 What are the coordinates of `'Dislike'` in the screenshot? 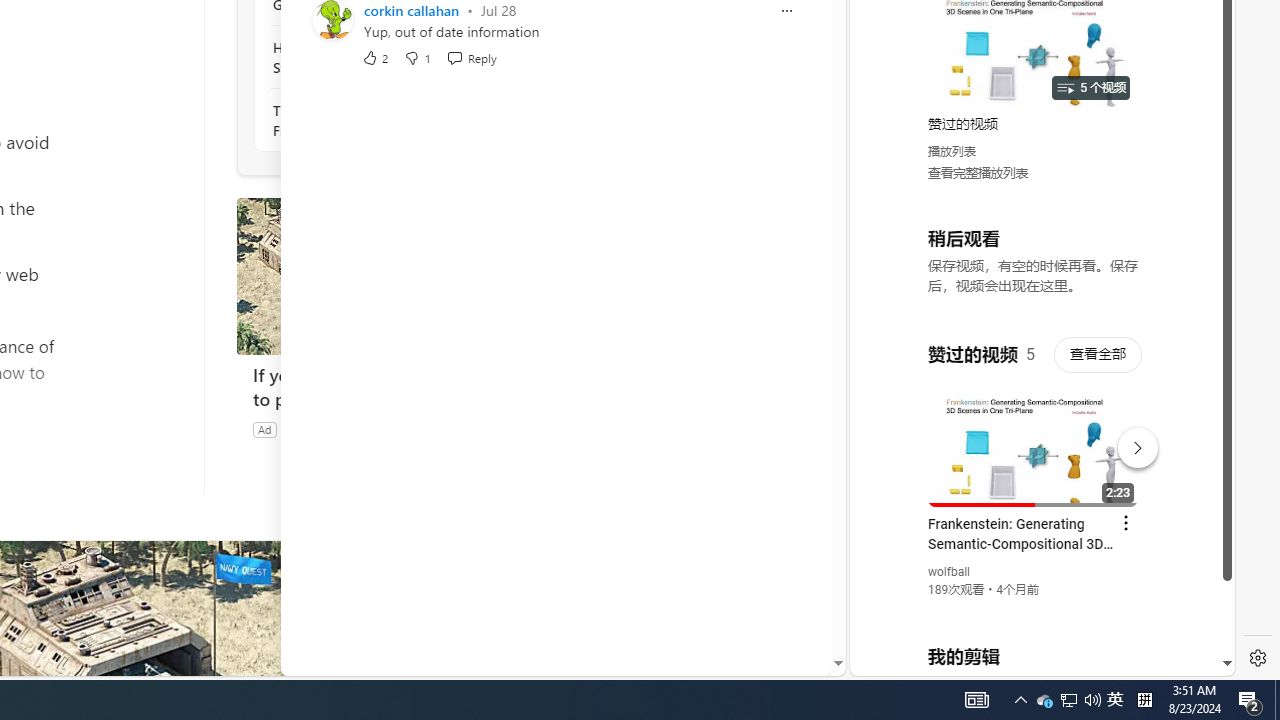 It's located at (416, 56).